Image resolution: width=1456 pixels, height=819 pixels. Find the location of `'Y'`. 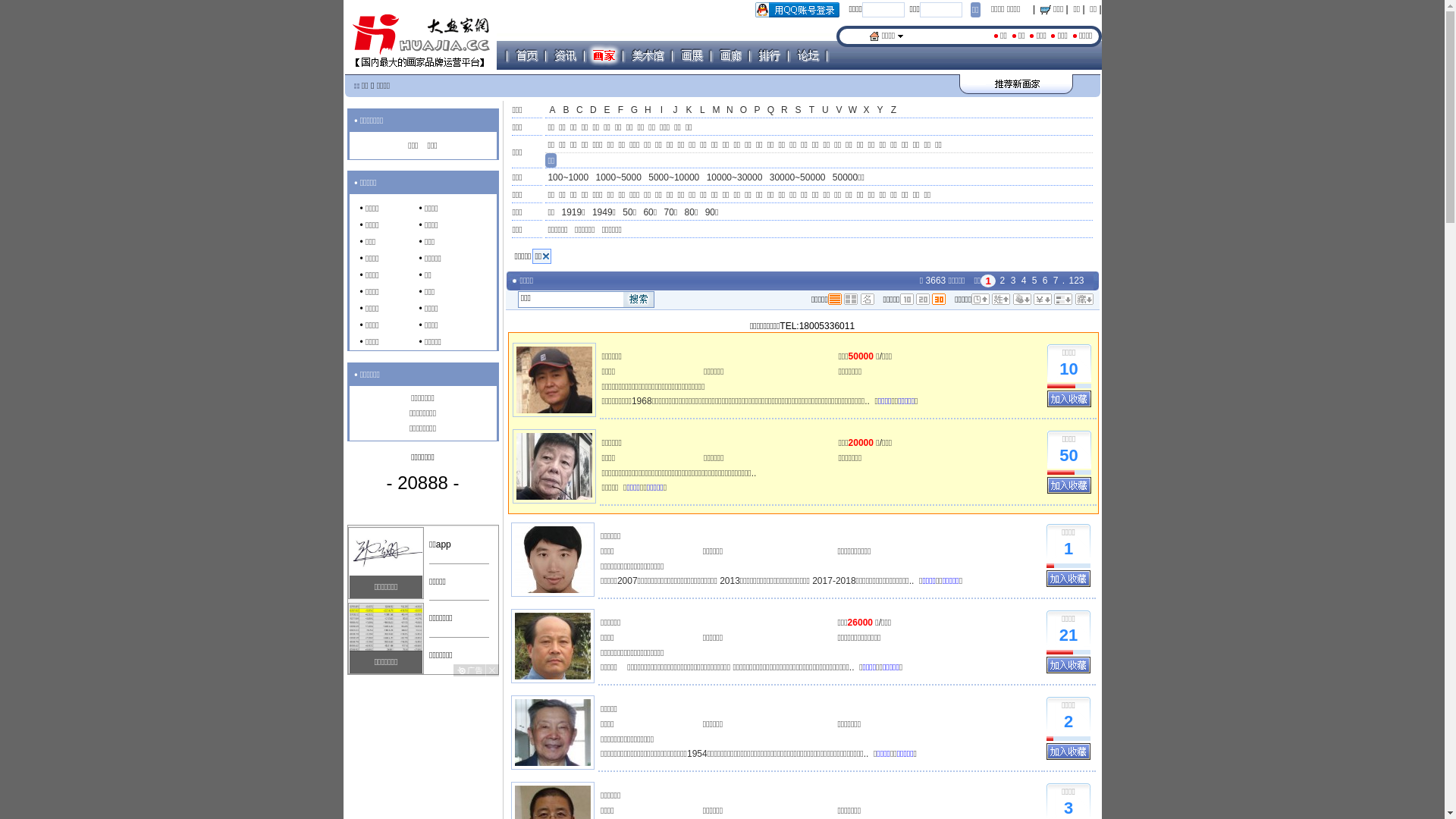

'Y' is located at coordinates (880, 110).